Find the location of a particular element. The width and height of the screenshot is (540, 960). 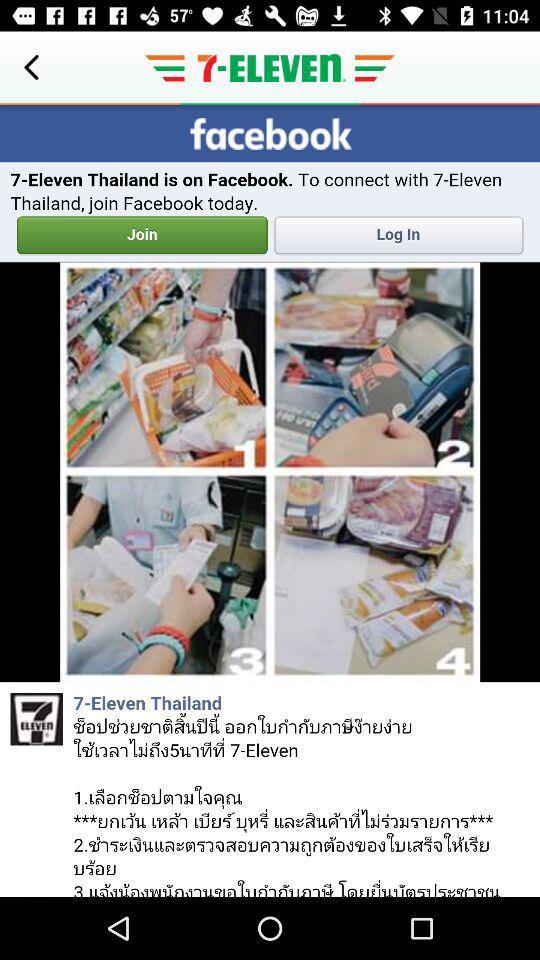

go back is located at coordinates (30, 68).